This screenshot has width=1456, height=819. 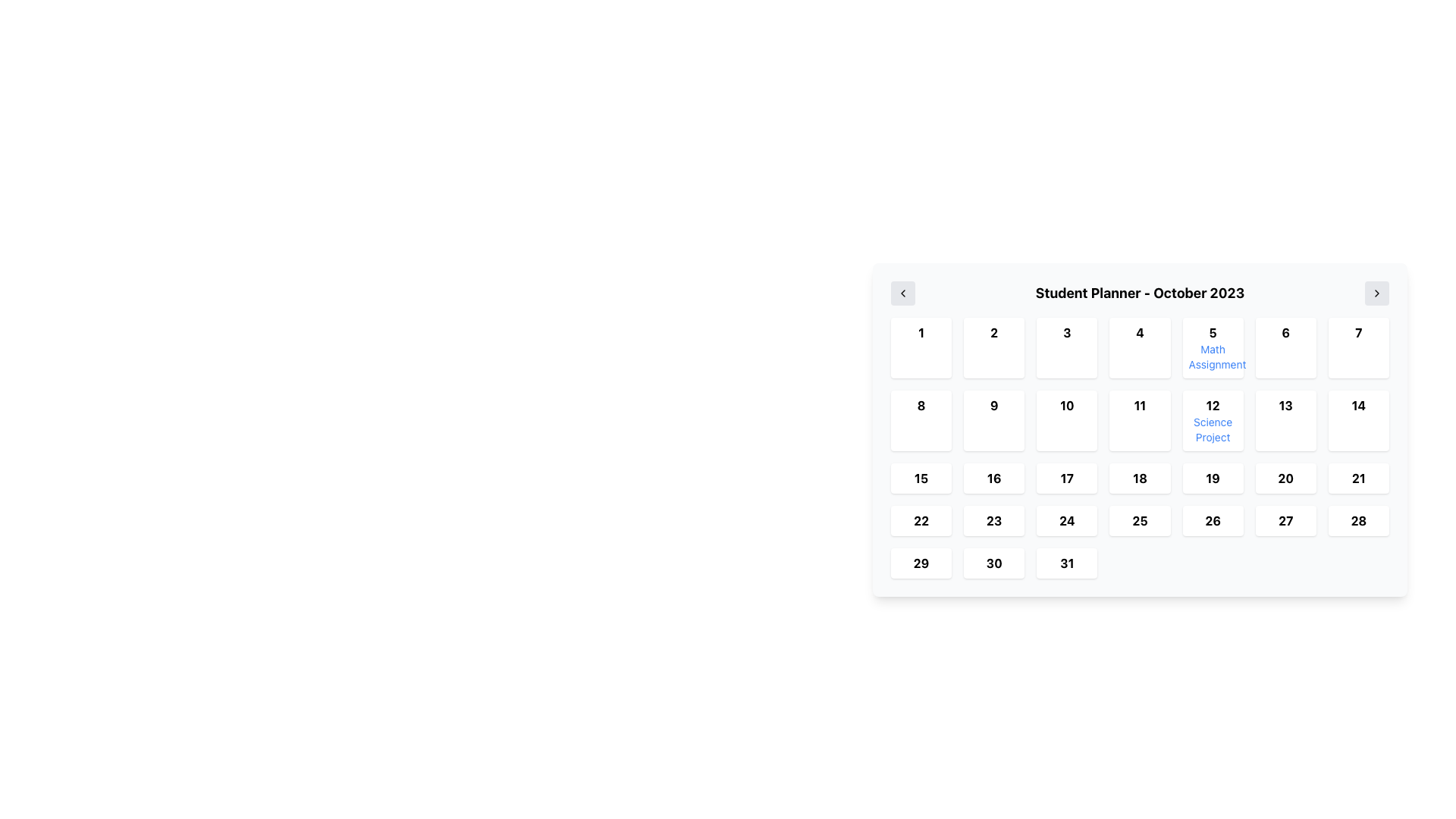 I want to click on the static visual element representing the date 26 in the bottom row of the calendar grid, so click(x=1212, y=519).